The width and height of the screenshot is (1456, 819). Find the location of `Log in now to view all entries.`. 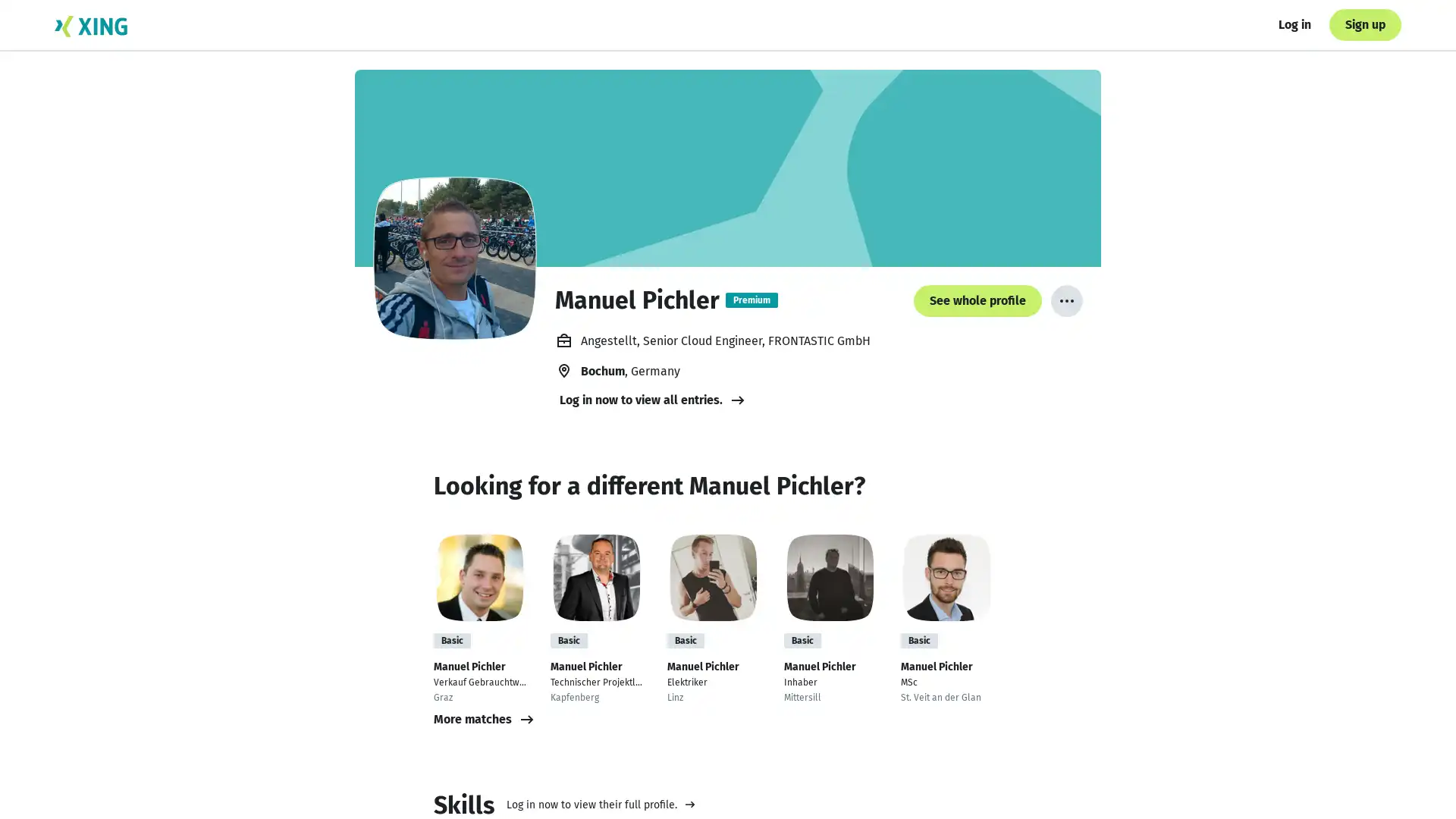

Log in now to view all entries. is located at coordinates (653, 400).